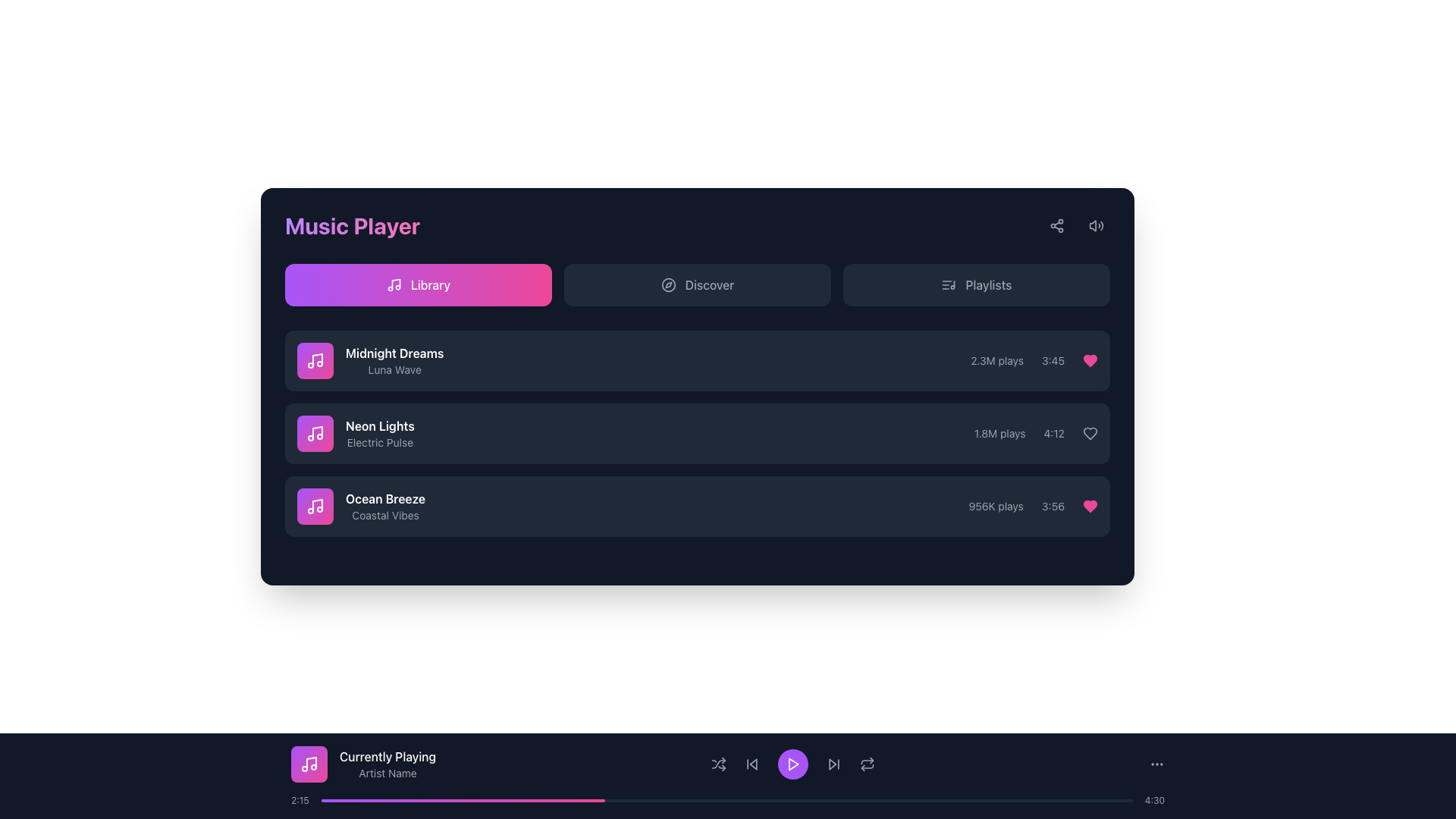  I want to click on the Text label indicating the duration of the associated music track, so click(1053, 433).